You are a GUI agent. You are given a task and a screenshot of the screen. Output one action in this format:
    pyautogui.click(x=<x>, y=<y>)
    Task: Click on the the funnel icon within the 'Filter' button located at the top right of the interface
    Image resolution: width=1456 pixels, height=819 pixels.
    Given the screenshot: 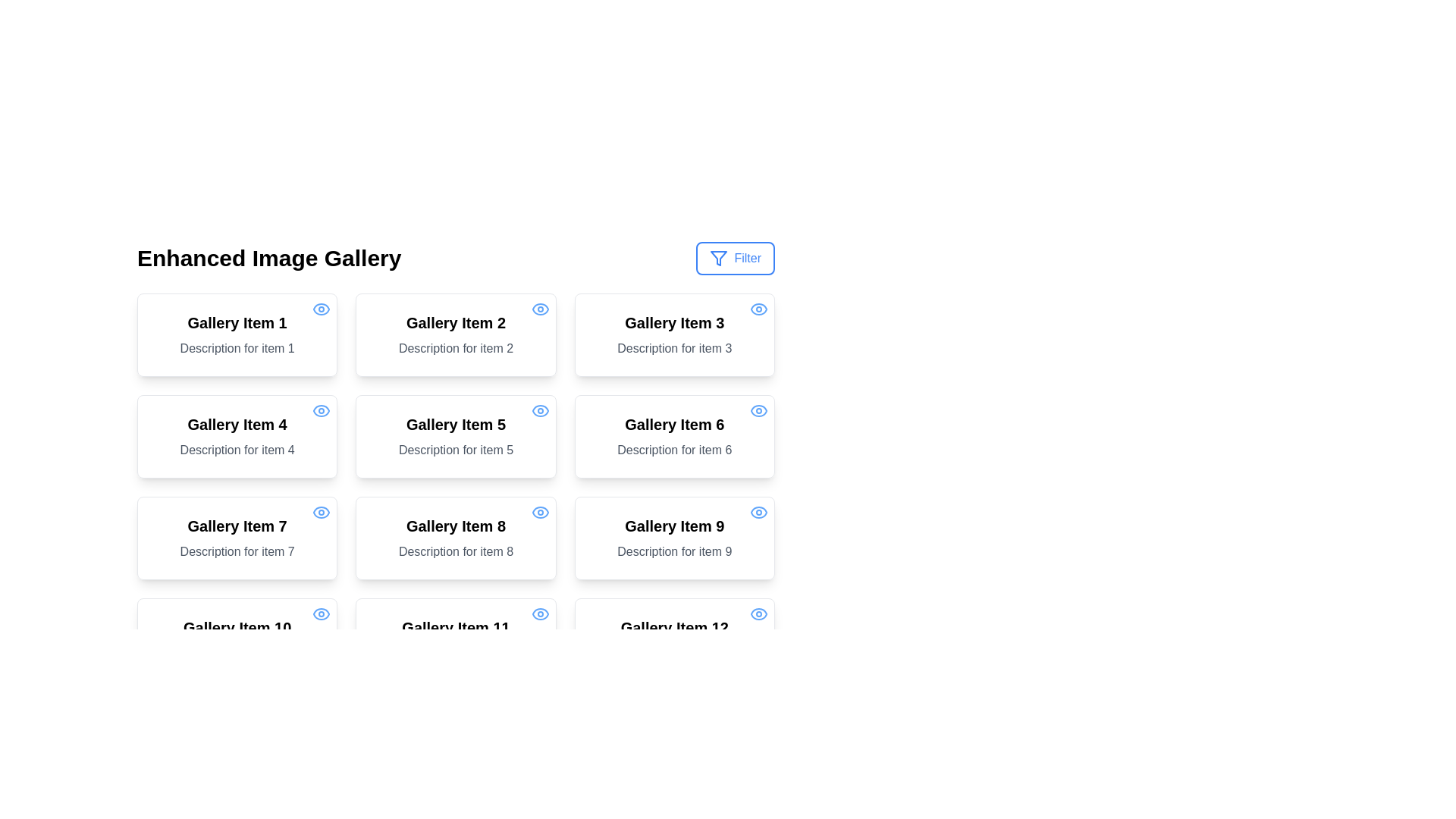 What is the action you would take?
    pyautogui.click(x=718, y=257)
    